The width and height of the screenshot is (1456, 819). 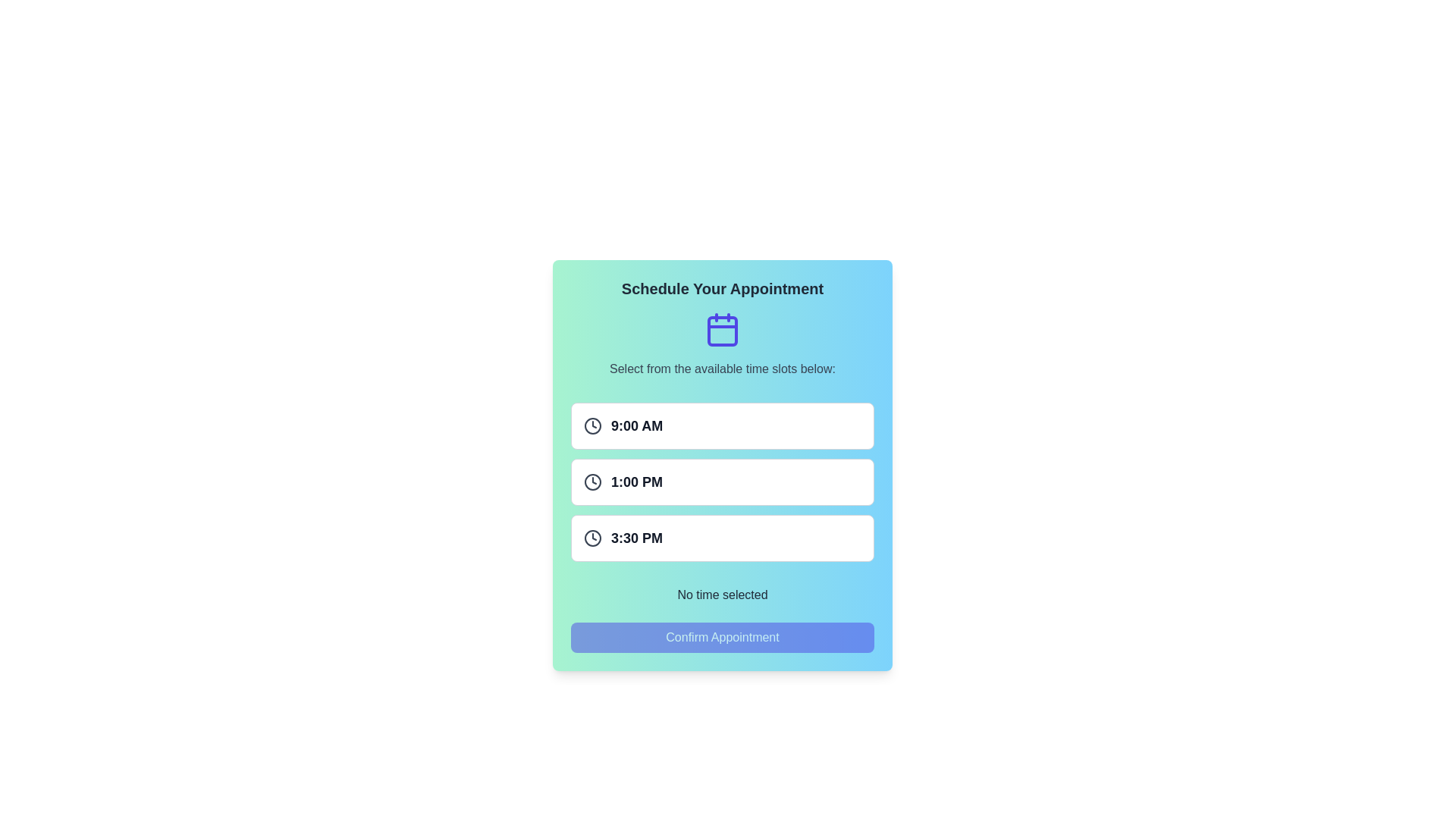 What do you see at coordinates (722, 329) in the screenshot?
I see `the bold indigo calendar icon with a square outline and rounded corners, located above the text 'Select from the available time slots below:' in the card layout` at bounding box center [722, 329].